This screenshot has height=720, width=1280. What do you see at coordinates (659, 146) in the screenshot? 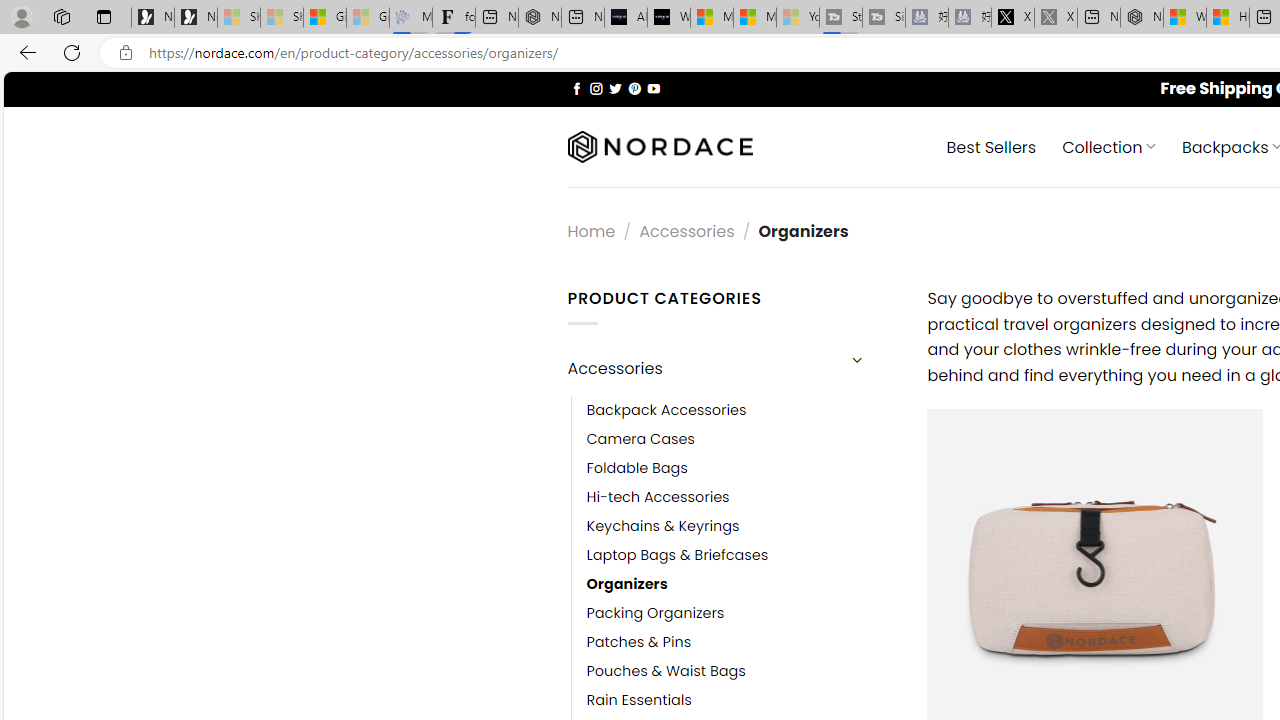
I see `'Nordace'` at bounding box center [659, 146].